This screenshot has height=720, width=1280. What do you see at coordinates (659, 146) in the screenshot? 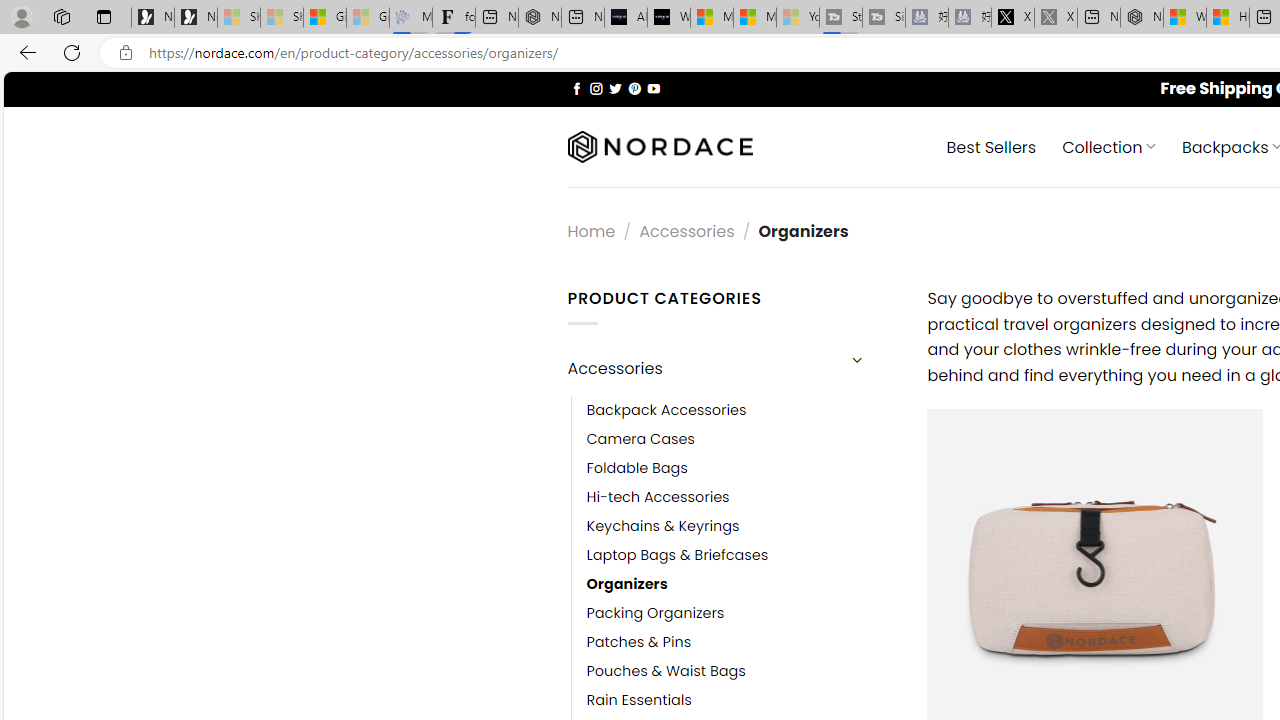
I see `'Nordace'` at bounding box center [659, 146].